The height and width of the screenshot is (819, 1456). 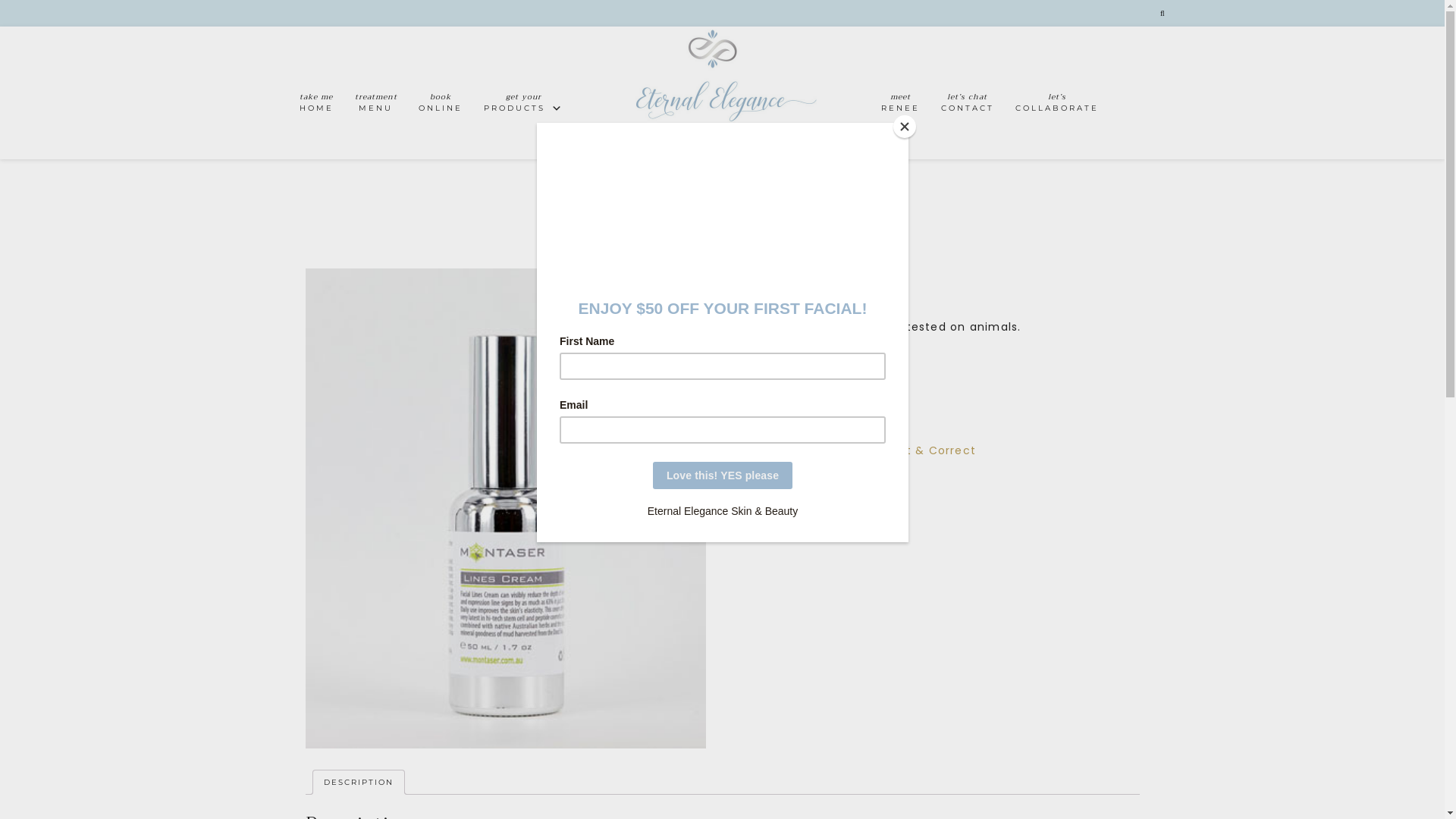 What do you see at coordinates (356, 783) in the screenshot?
I see `'DESCRIPTION'` at bounding box center [356, 783].